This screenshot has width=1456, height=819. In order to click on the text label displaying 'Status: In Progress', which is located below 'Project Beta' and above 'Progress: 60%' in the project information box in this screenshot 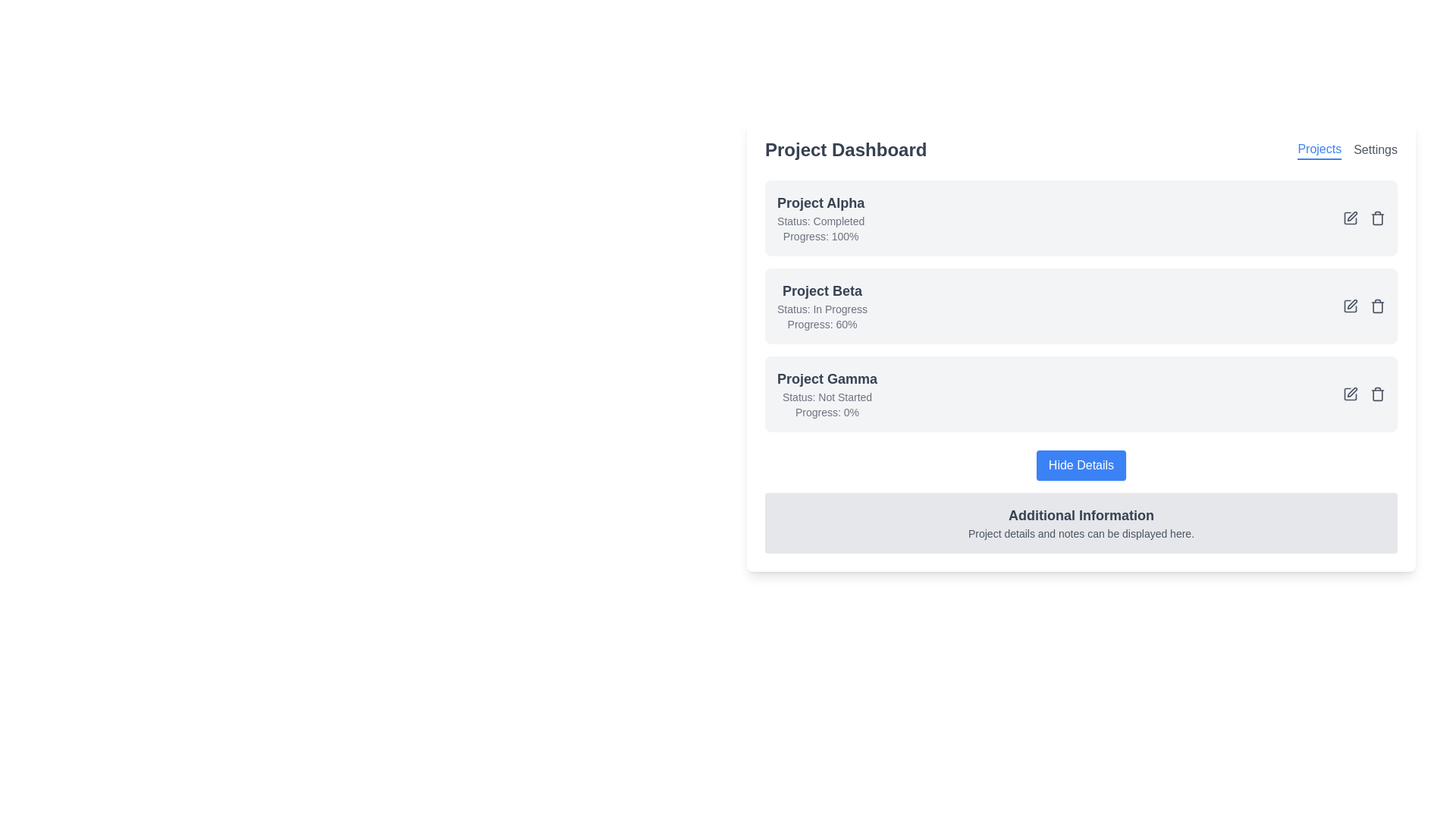, I will do `click(821, 309)`.